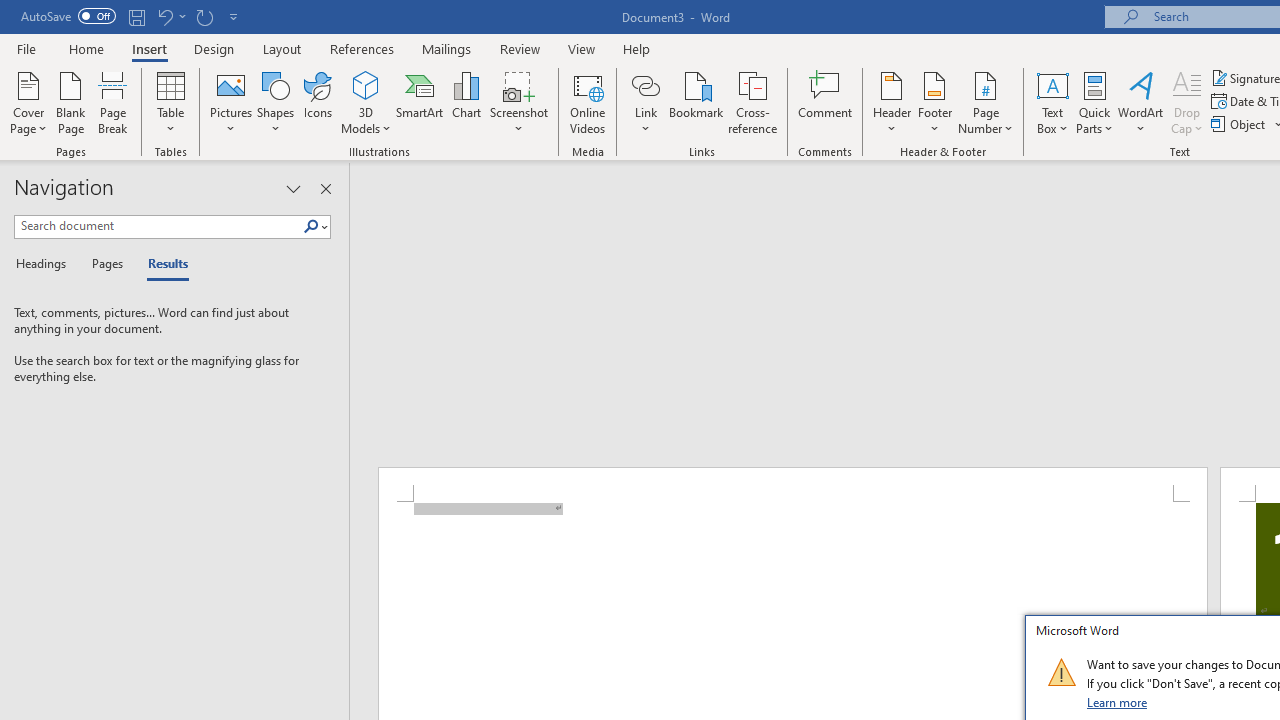  What do you see at coordinates (1141, 103) in the screenshot?
I see `'WordArt'` at bounding box center [1141, 103].